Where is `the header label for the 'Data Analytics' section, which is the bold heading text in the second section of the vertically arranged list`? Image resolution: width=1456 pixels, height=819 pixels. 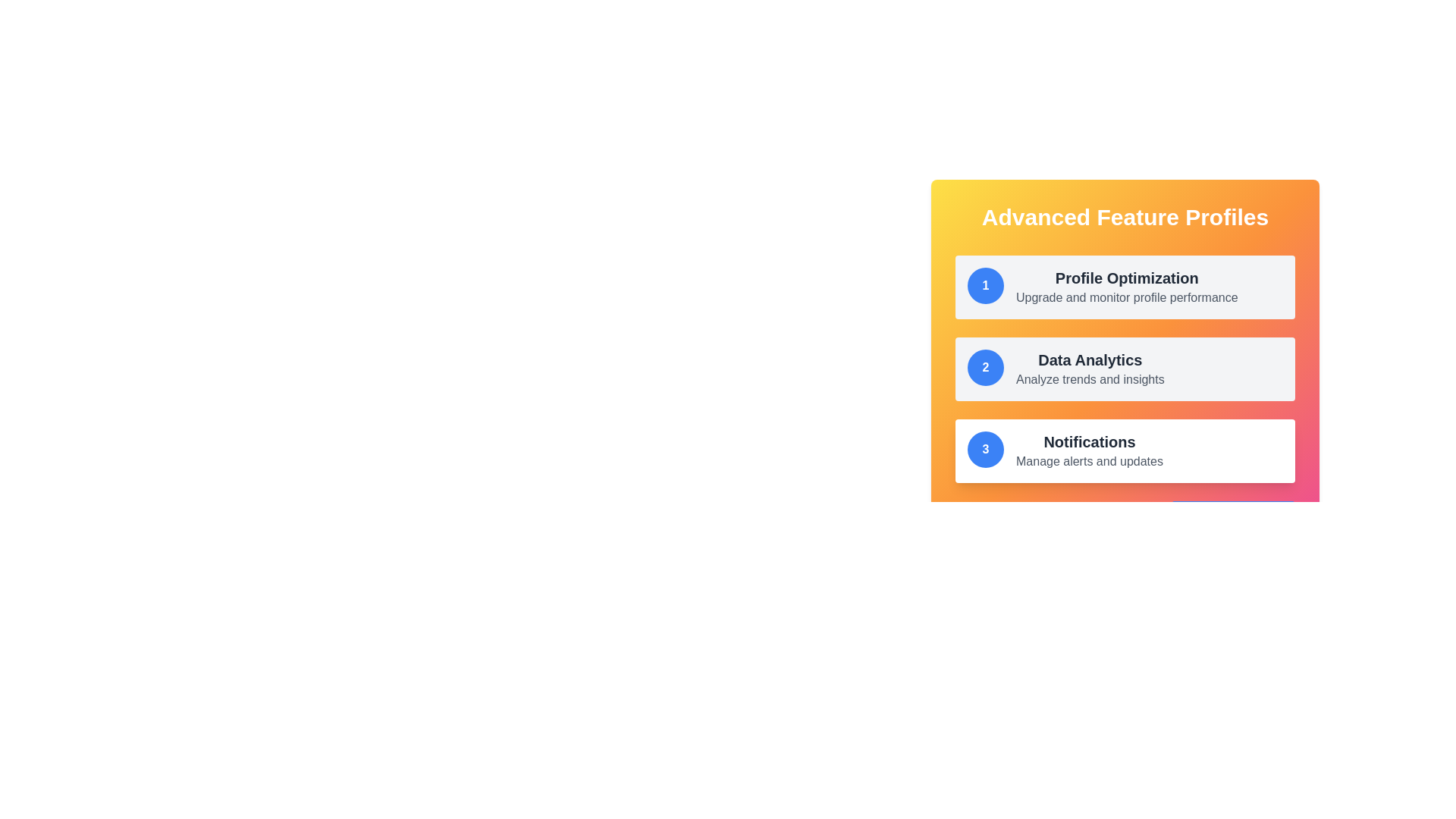 the header label for the 'Data Analytics' section, which is the bold heading text in the second section of the vertically arranged list is located at coordinates (1089, 359).